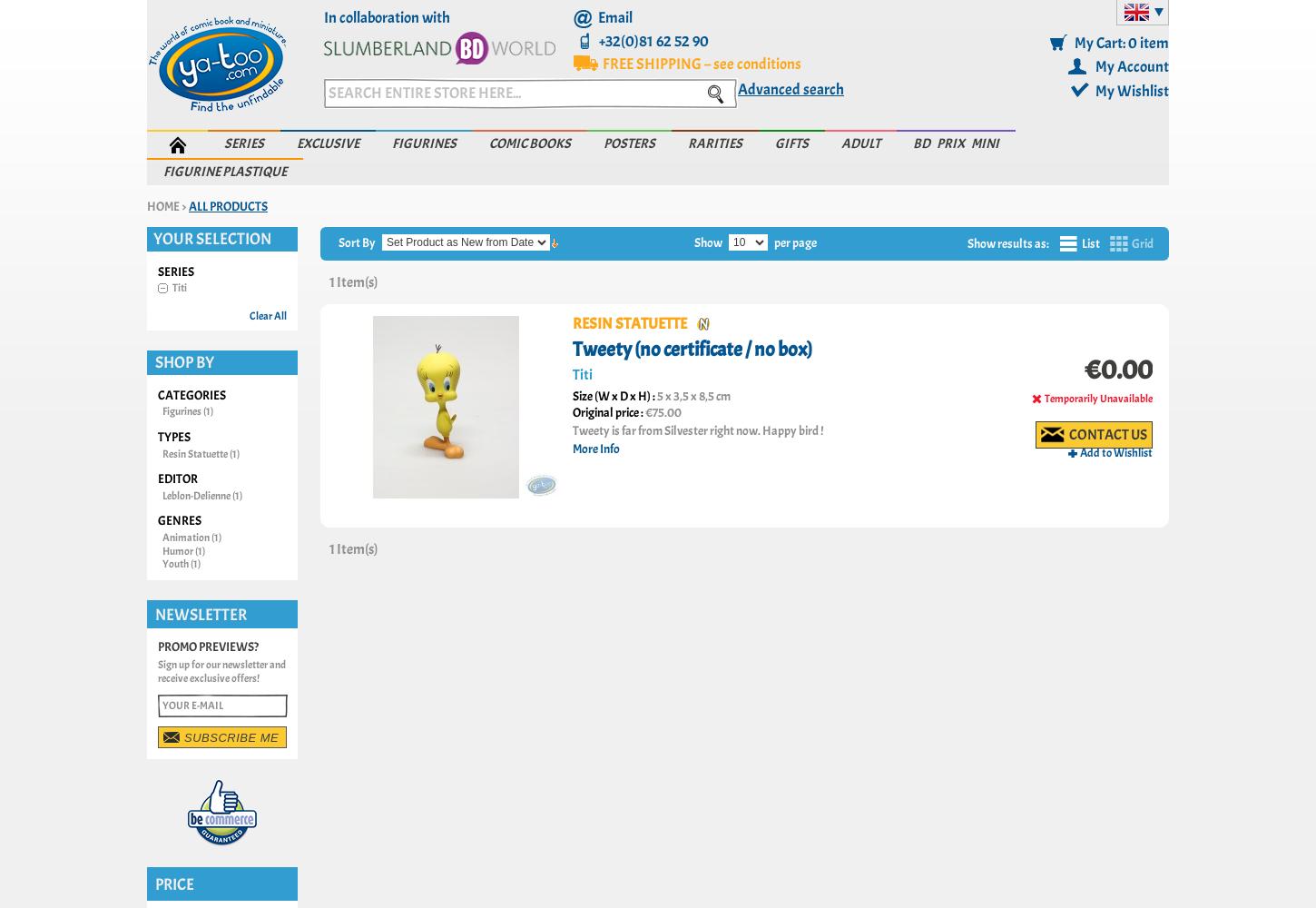  I want to click on 'Gifts', so click(774, 143).